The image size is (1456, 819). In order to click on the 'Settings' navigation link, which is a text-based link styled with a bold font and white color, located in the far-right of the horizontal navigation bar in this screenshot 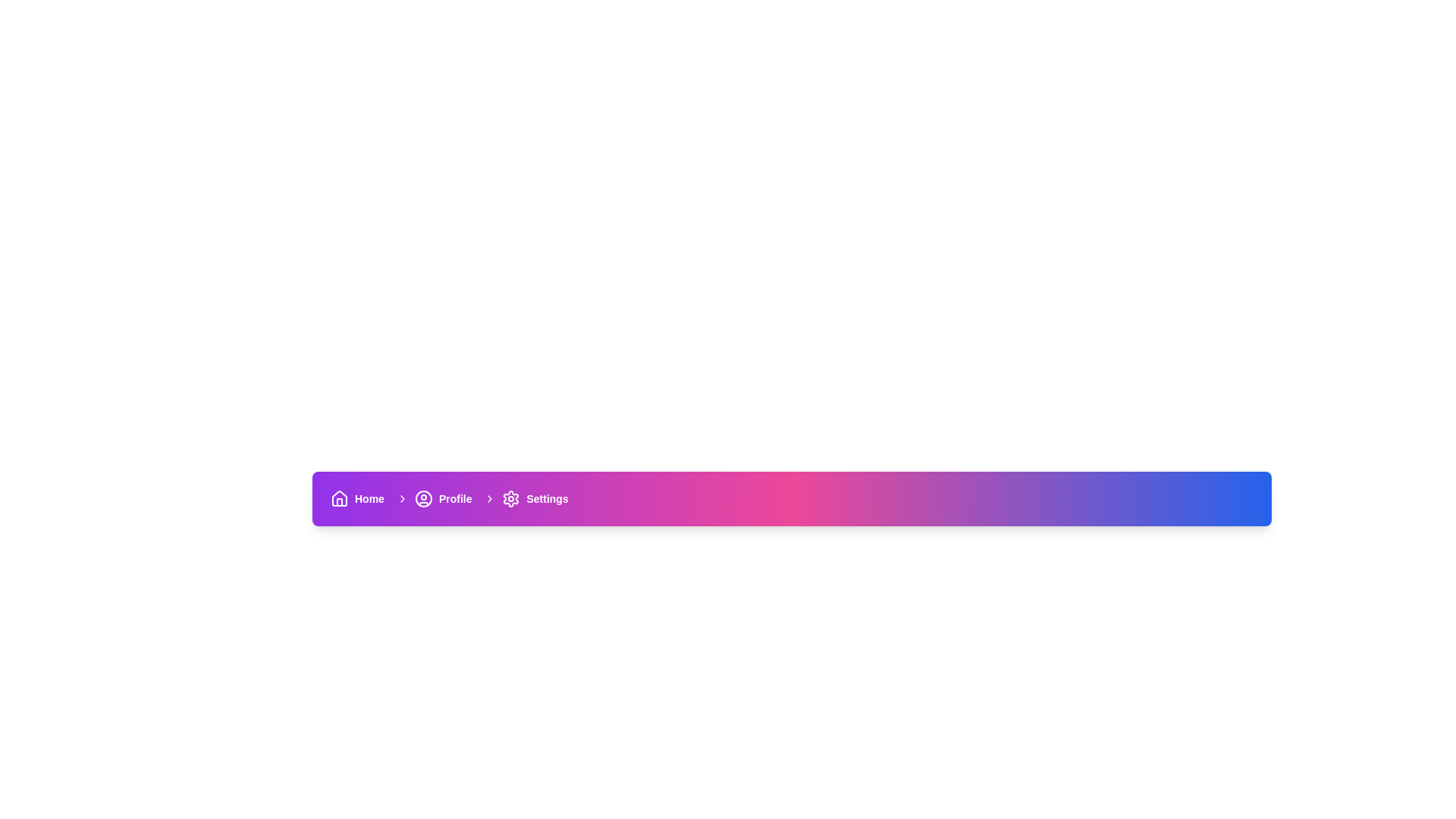, I will do `click(535, 499)`.